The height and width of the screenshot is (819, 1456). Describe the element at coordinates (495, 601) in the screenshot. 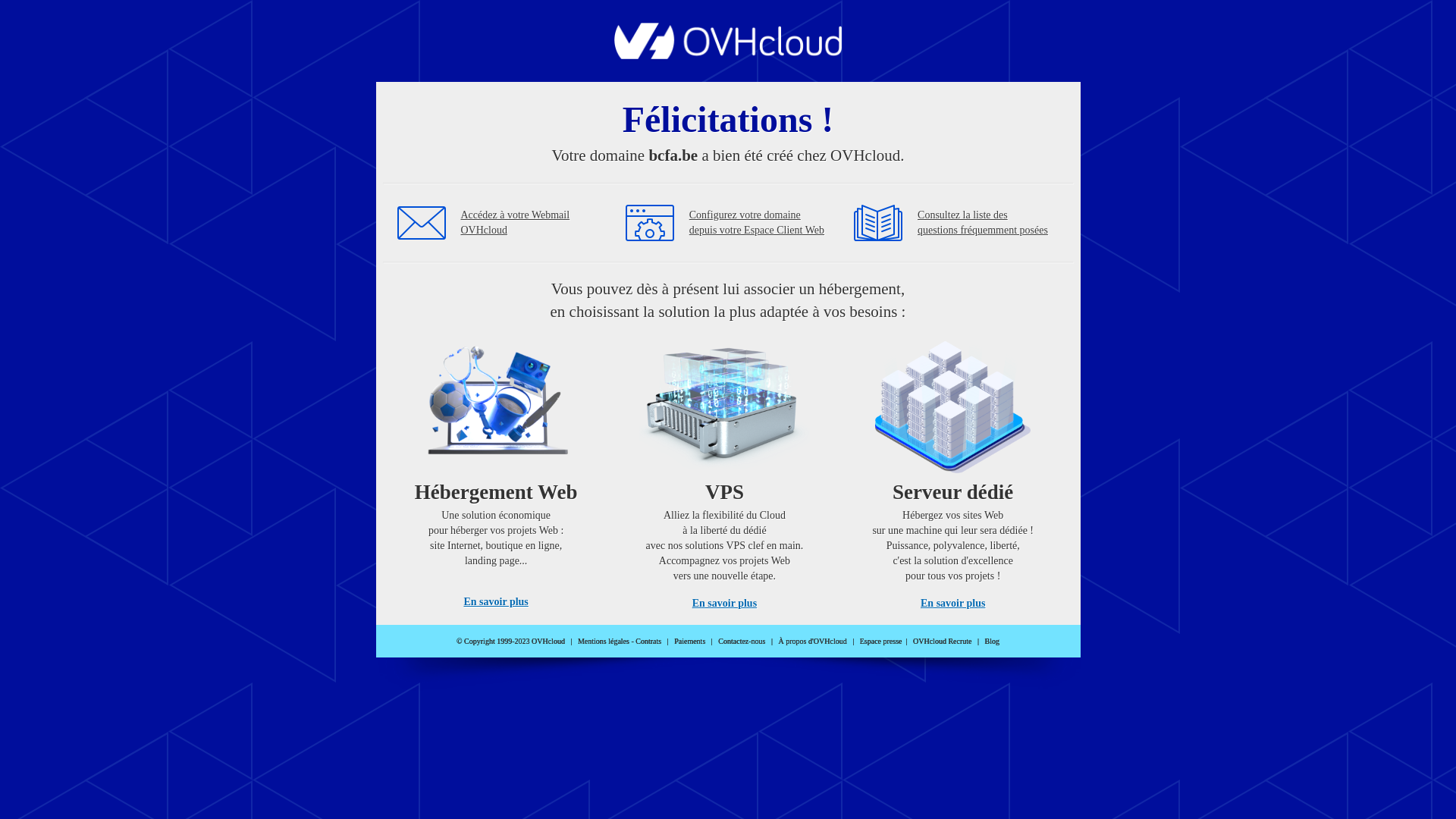

I see `'En savoir plus'` at that location.